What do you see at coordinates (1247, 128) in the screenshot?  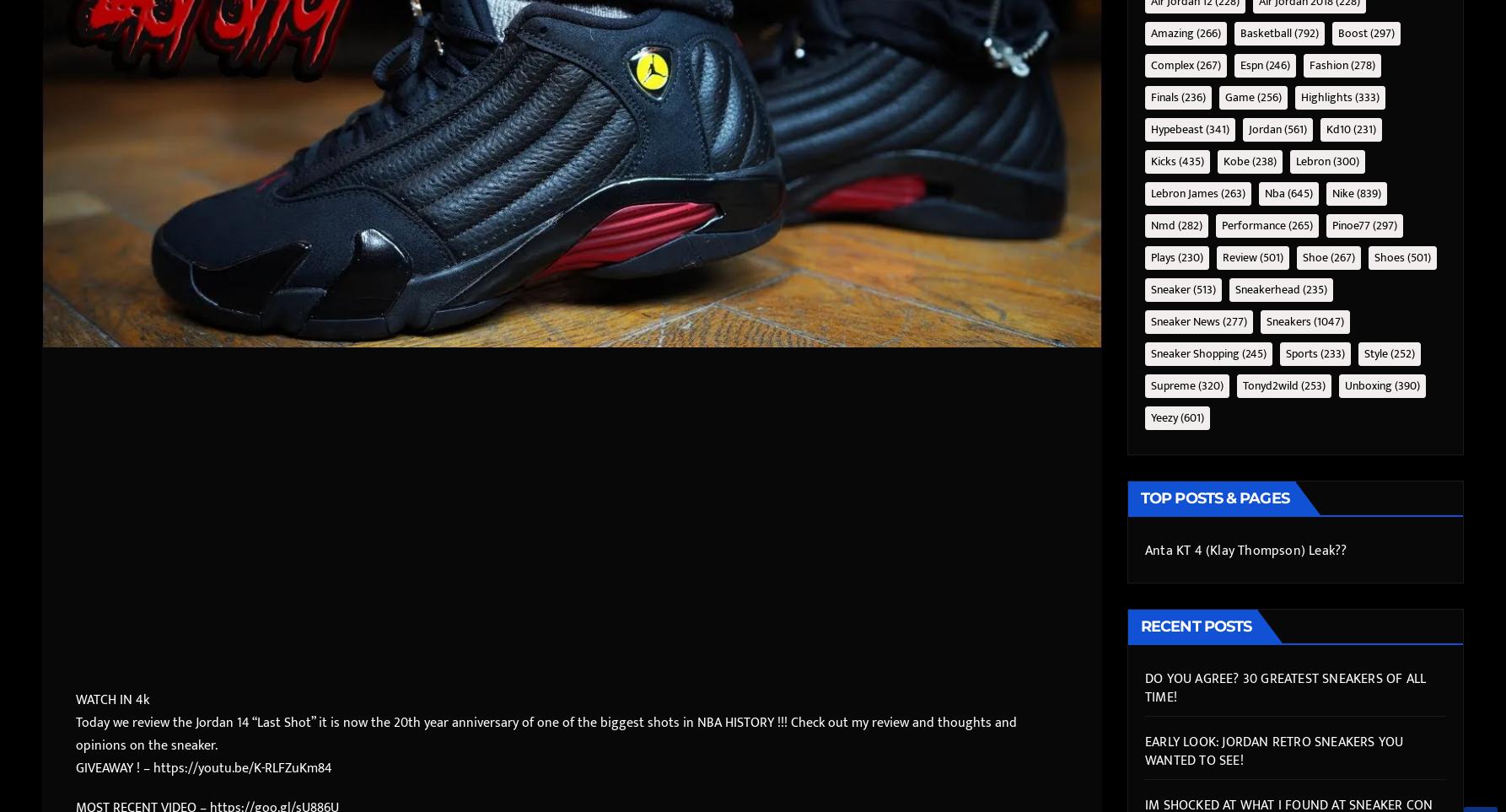 I see `'Jordan'` at bounding box center [1247, 128].